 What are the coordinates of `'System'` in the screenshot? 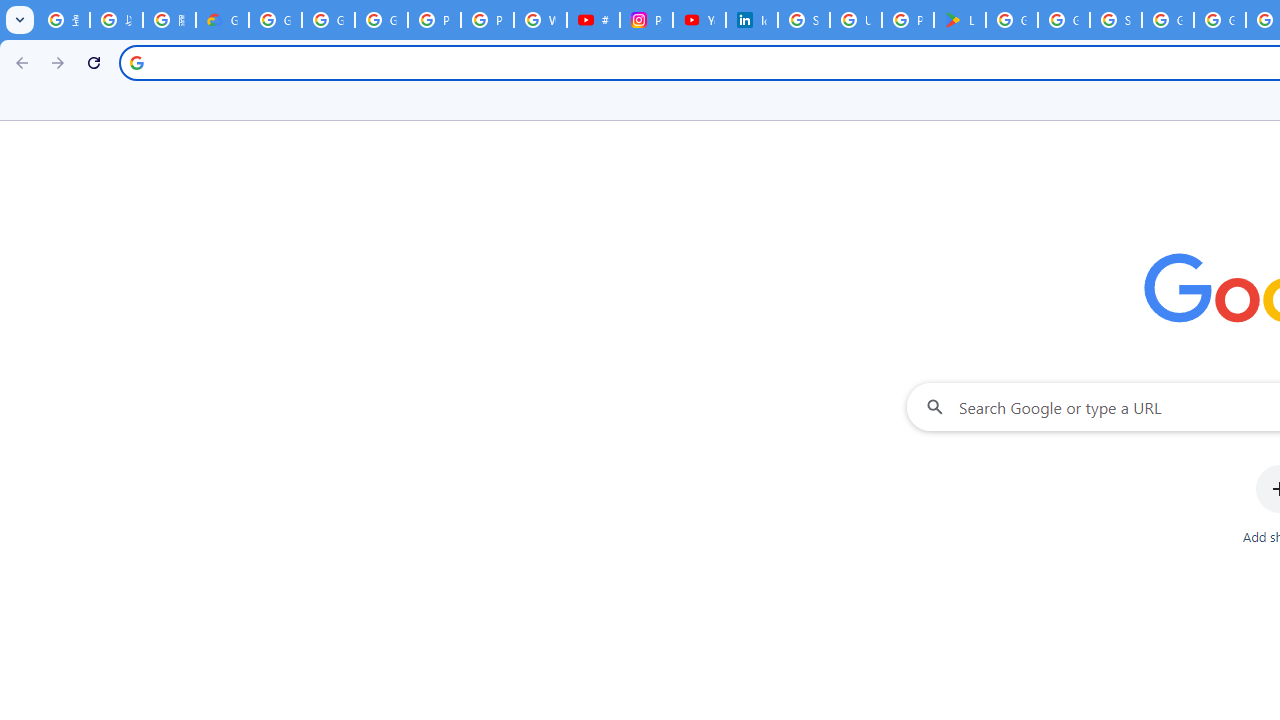 It's located at (10, 11).